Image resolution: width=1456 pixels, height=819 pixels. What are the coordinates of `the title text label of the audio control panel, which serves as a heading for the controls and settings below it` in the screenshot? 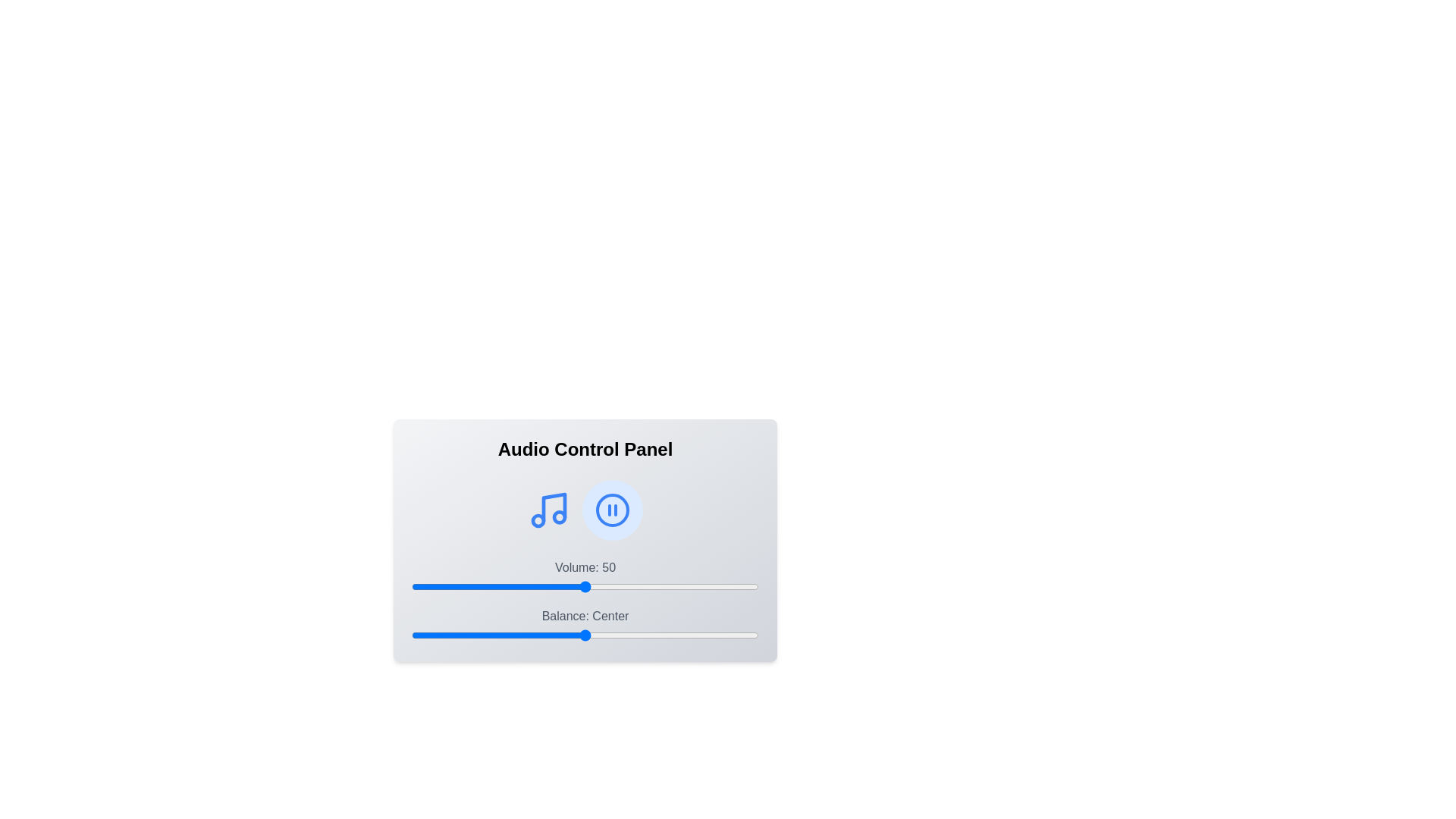 It's located at (585, 449).